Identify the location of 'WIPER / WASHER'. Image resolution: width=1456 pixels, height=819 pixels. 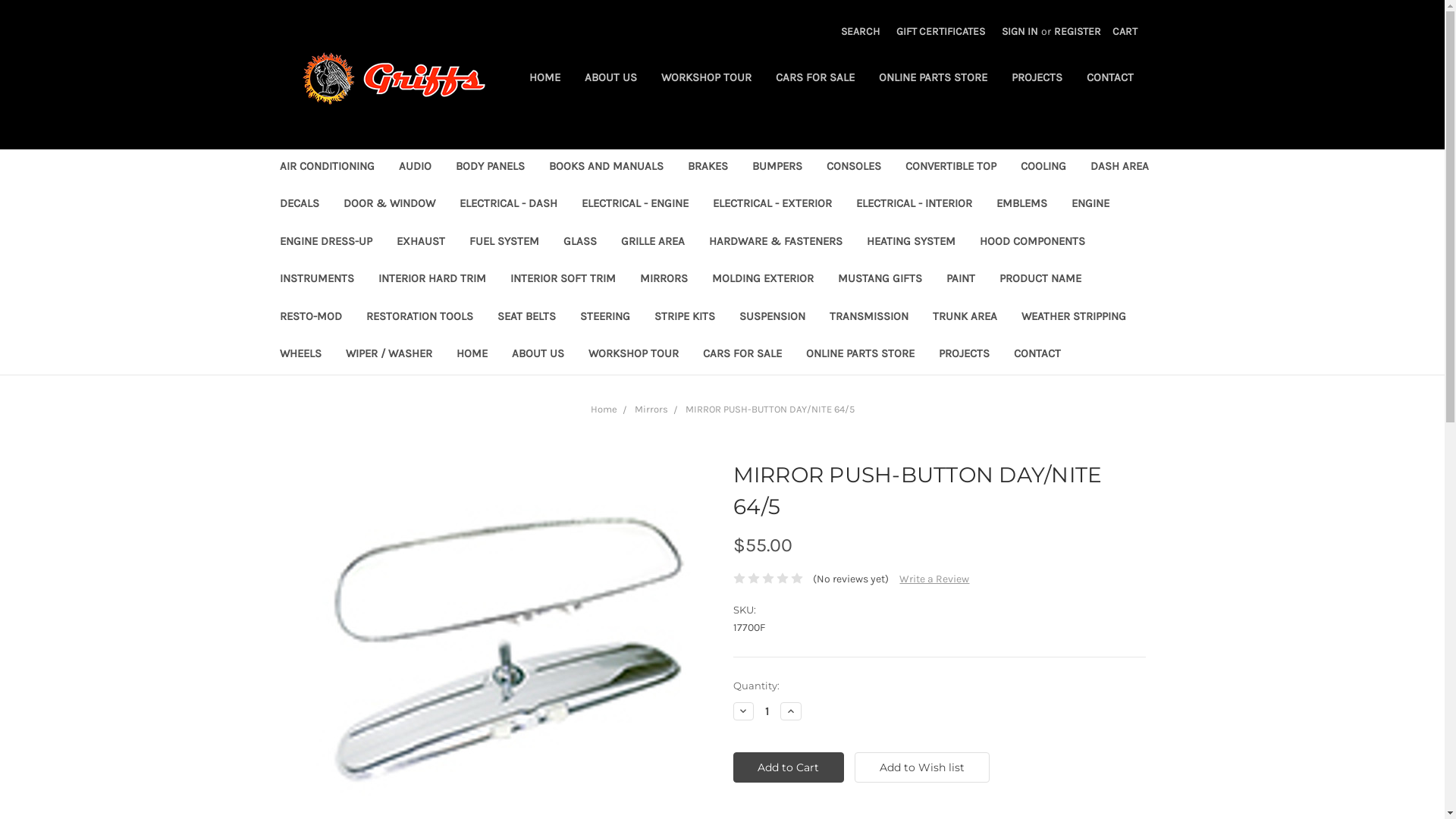
(389, 355).